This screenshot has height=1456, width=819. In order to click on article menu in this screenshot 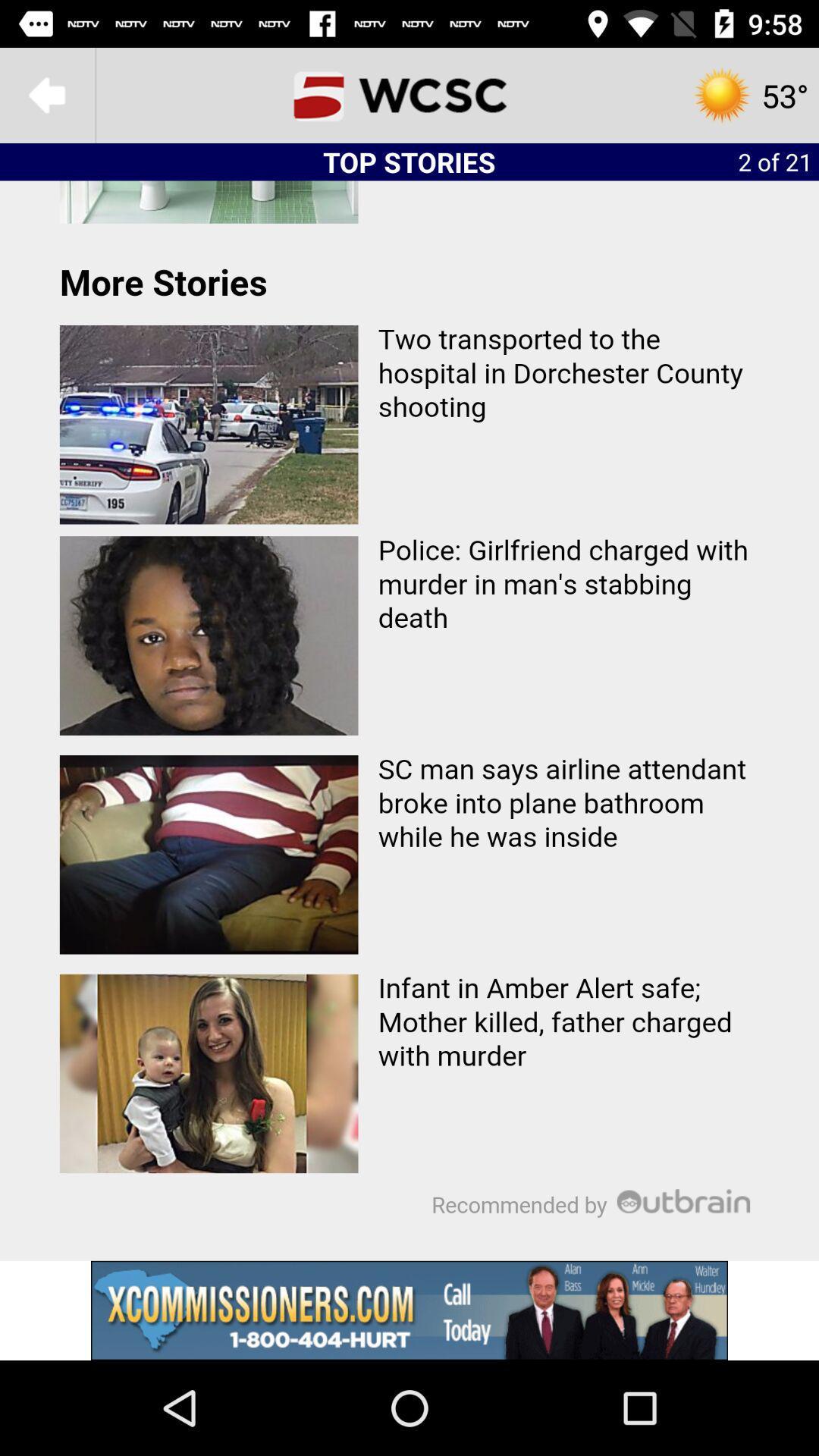, I will do `click(409, 720)`.